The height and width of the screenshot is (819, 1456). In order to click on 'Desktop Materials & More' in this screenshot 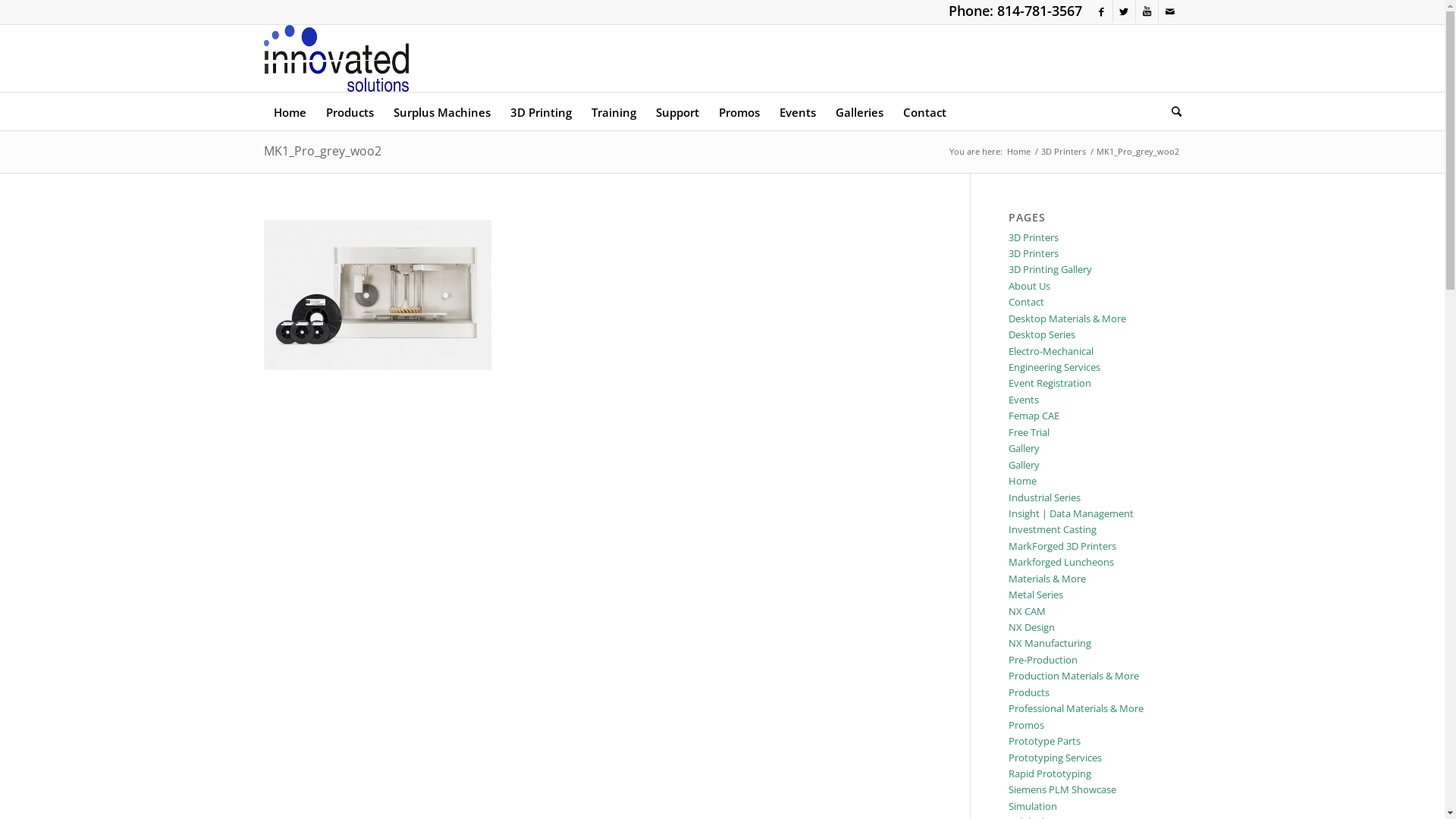, I will do `click(1066, 318)`.